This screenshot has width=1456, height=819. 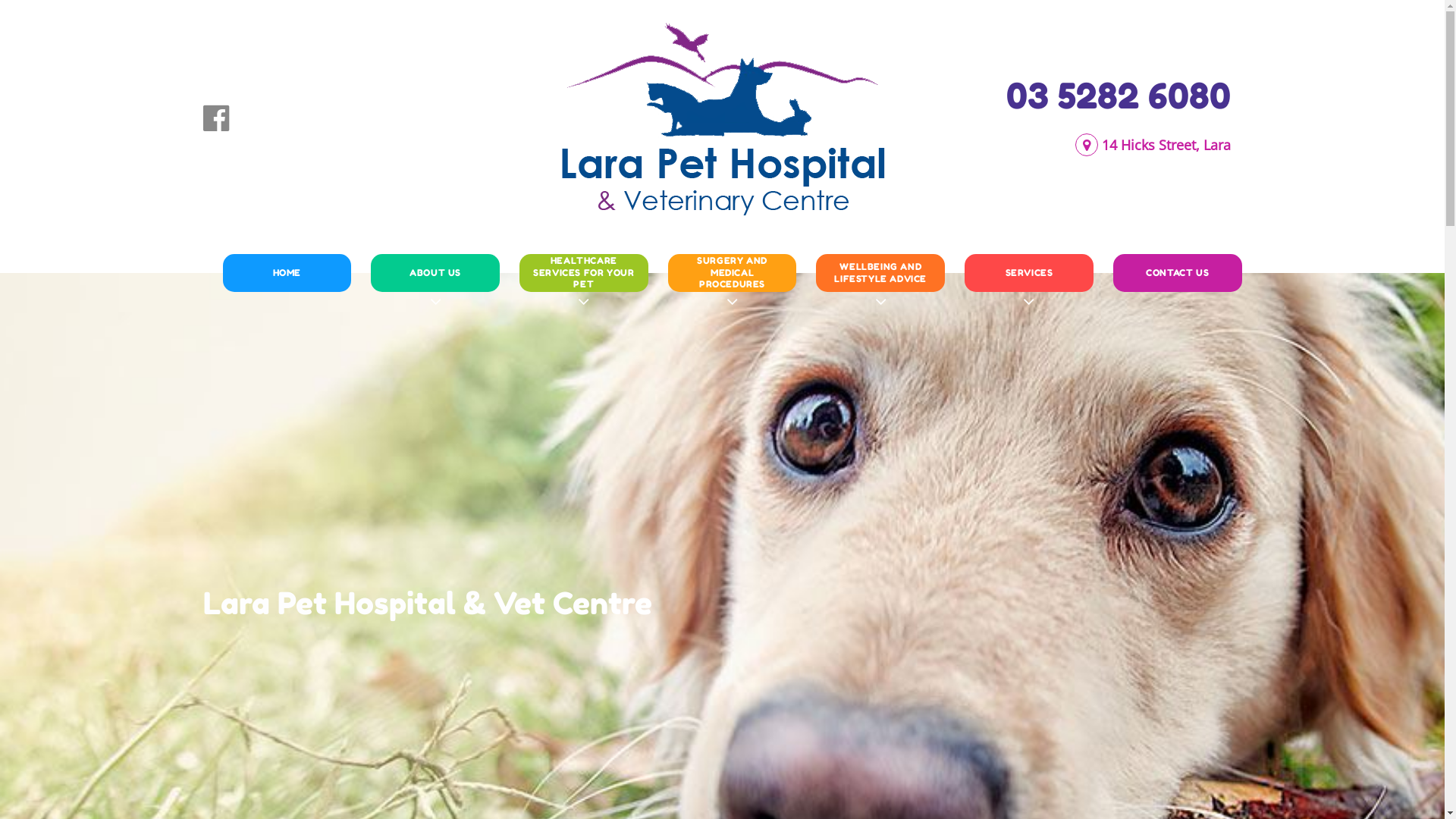 I want to click on 'SERVICES', so click(x=1029, y=271).